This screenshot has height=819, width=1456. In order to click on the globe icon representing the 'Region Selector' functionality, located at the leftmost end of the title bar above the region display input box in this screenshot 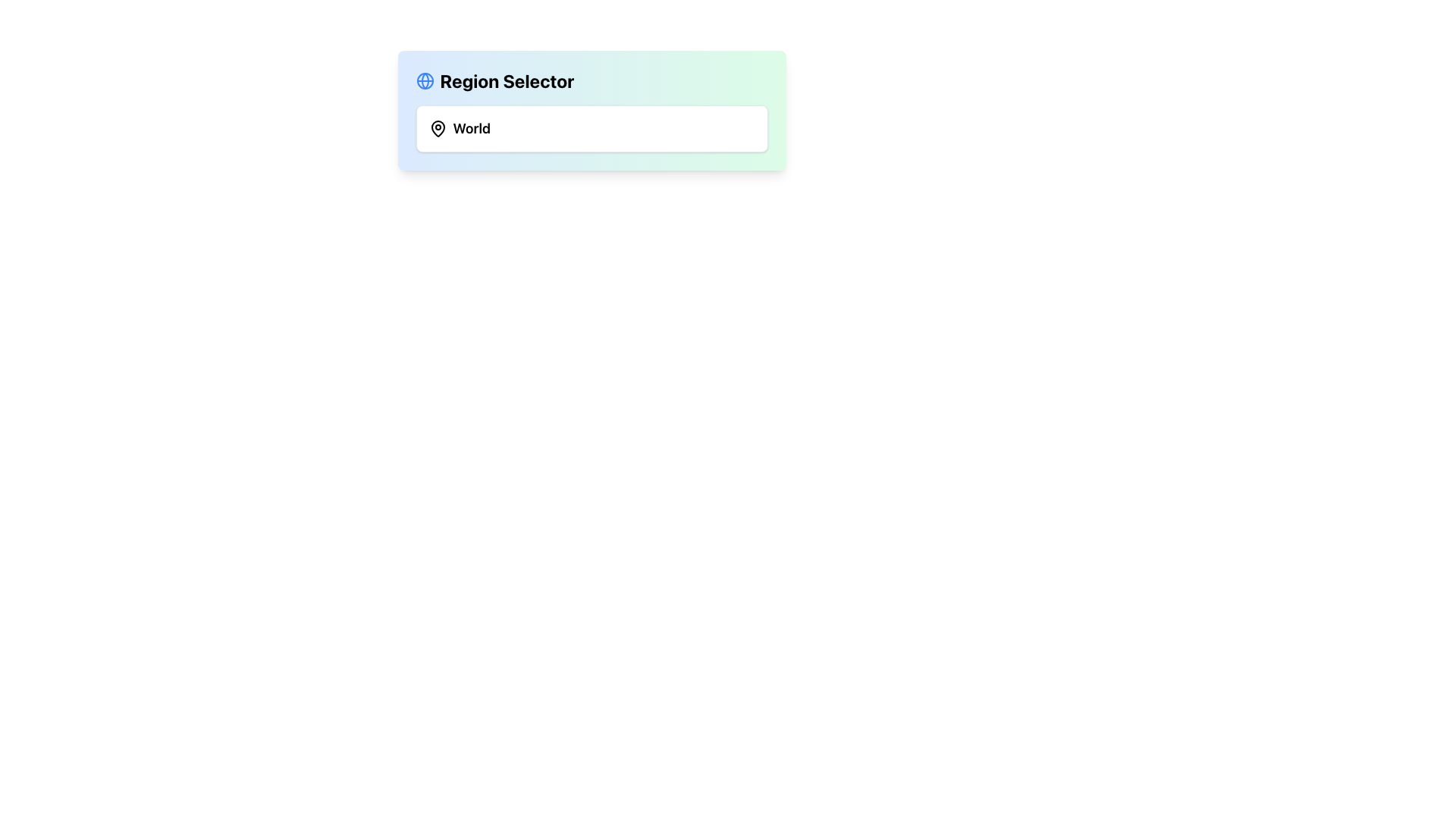, I will do `click(425, 81)`.